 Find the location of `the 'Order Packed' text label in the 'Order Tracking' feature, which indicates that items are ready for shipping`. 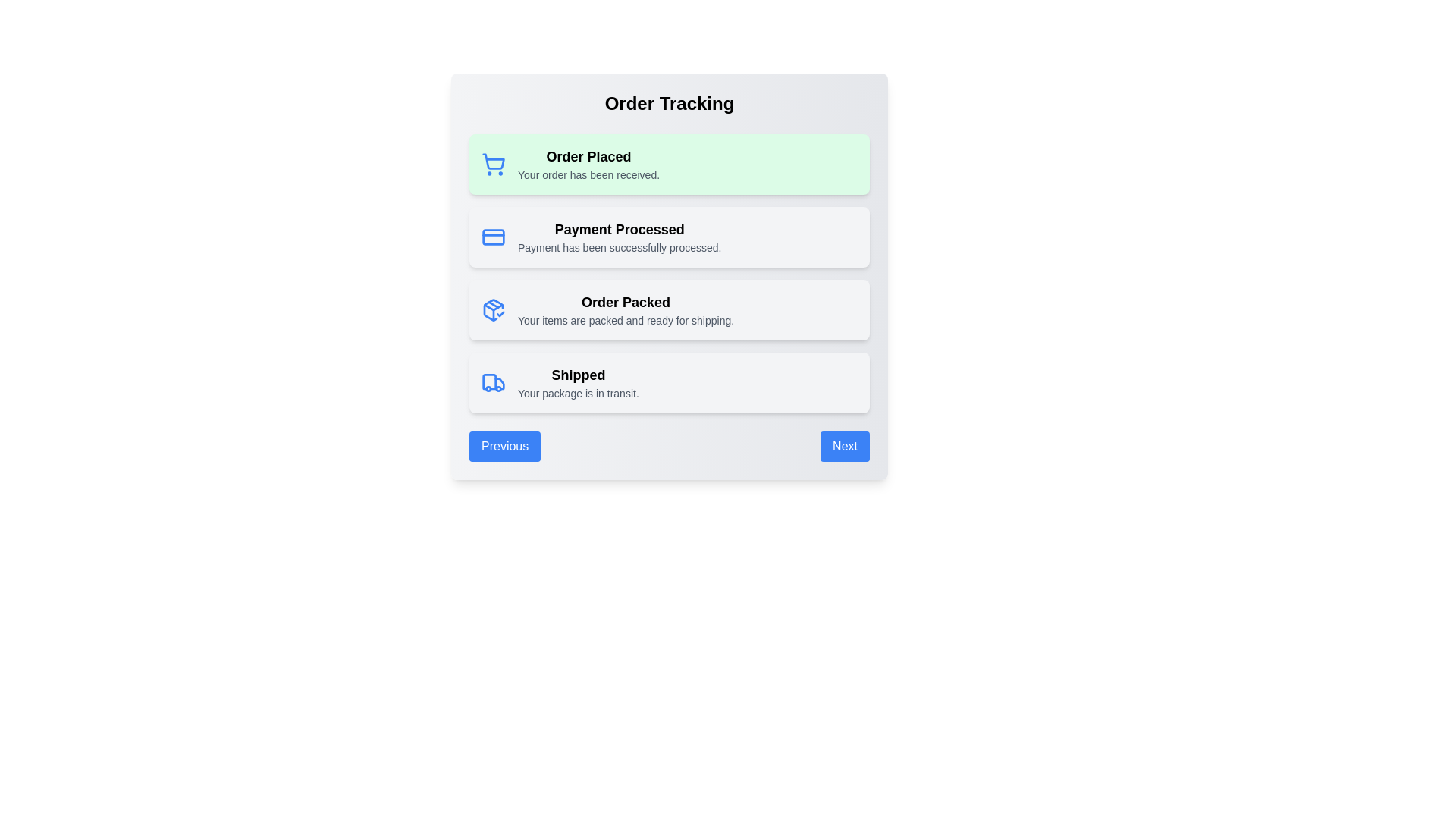

the 'Order Packed' text label in the 'Order Tracking' feature, which indicates that items are ready for shipping is located at coordinates (626, 302).